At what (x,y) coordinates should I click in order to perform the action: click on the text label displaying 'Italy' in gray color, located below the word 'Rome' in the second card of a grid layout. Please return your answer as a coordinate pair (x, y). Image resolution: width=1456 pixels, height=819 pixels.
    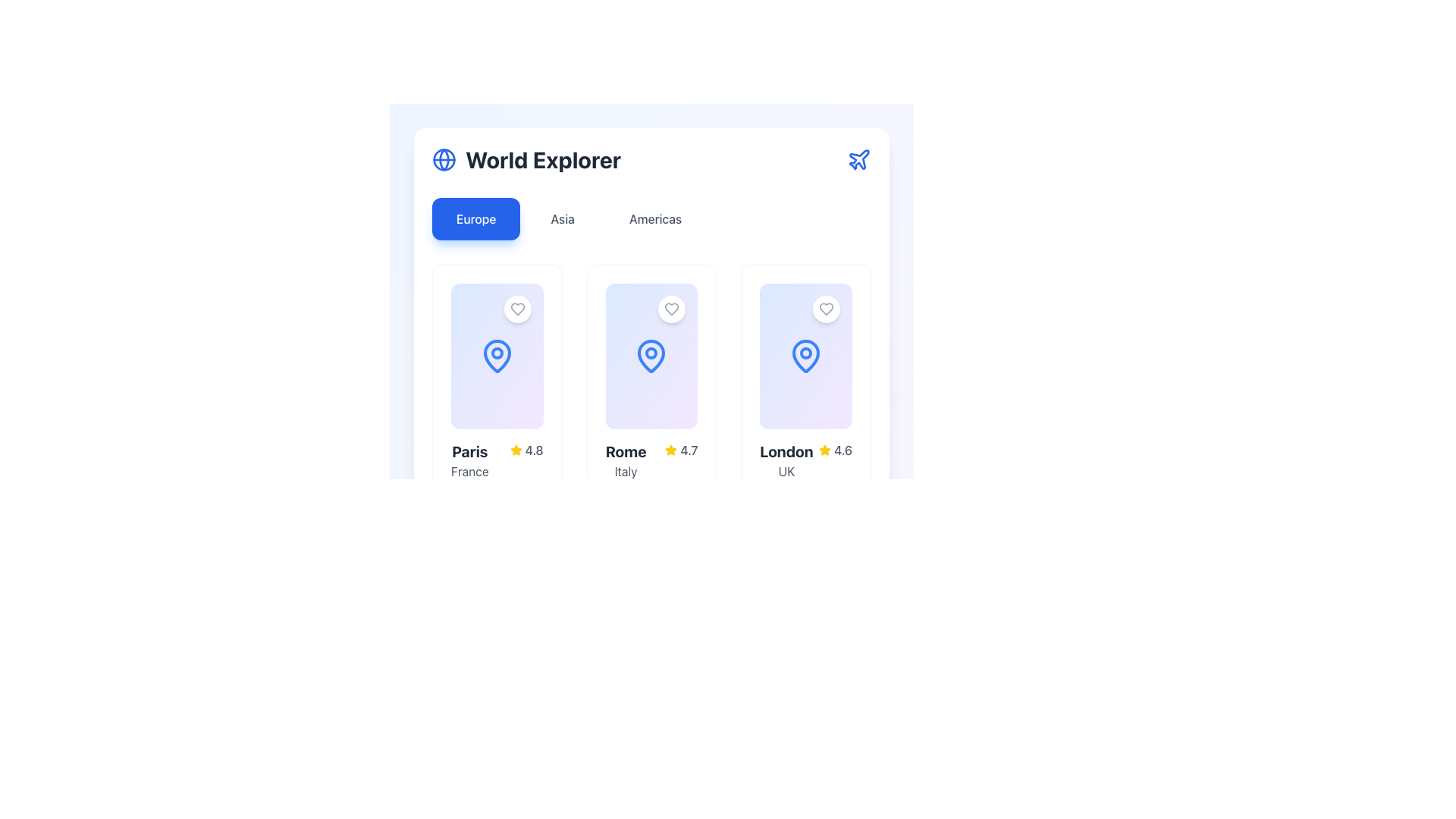
    Looking at the image, I should click on (626, 470).